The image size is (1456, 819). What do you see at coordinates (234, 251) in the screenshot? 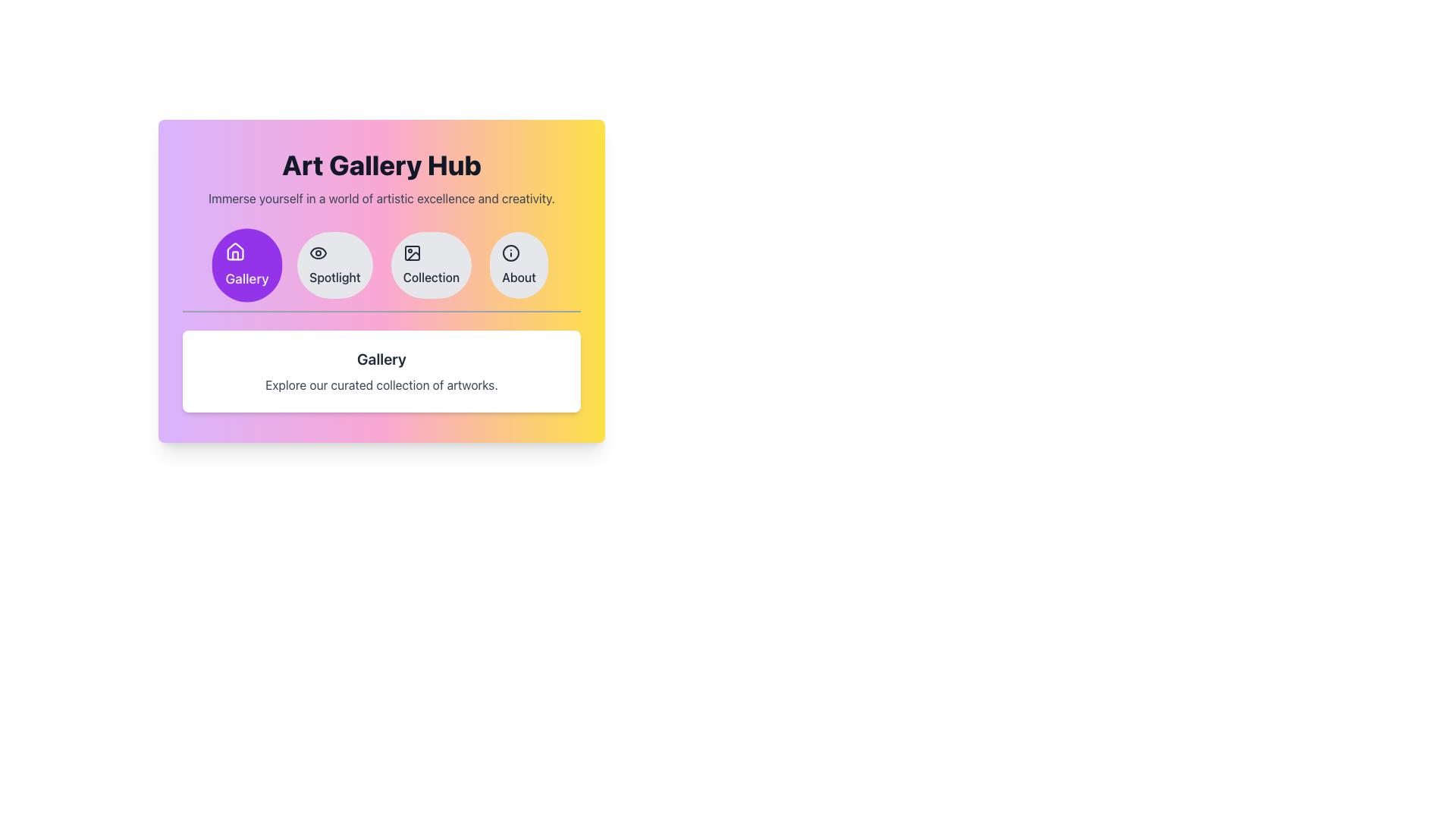
I see `the graphical icon representing the 'Gallery' button, which is the first button in the row of four buttons under the 'Art Gallery Hub' header` at bounding box center [234, 251].